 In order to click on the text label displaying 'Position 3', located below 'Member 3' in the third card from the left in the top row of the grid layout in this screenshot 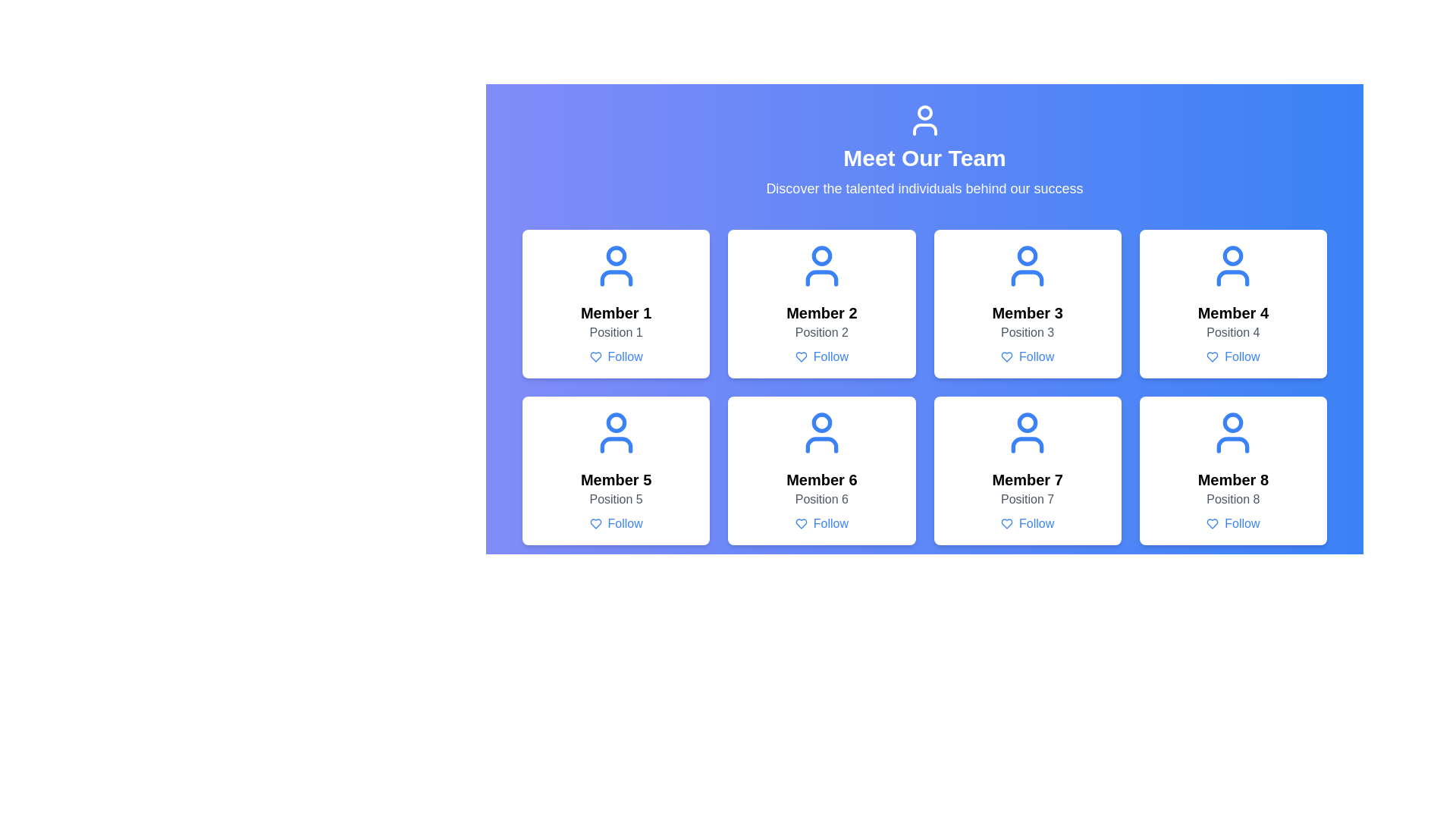, I will do `click(1028, 332)`.